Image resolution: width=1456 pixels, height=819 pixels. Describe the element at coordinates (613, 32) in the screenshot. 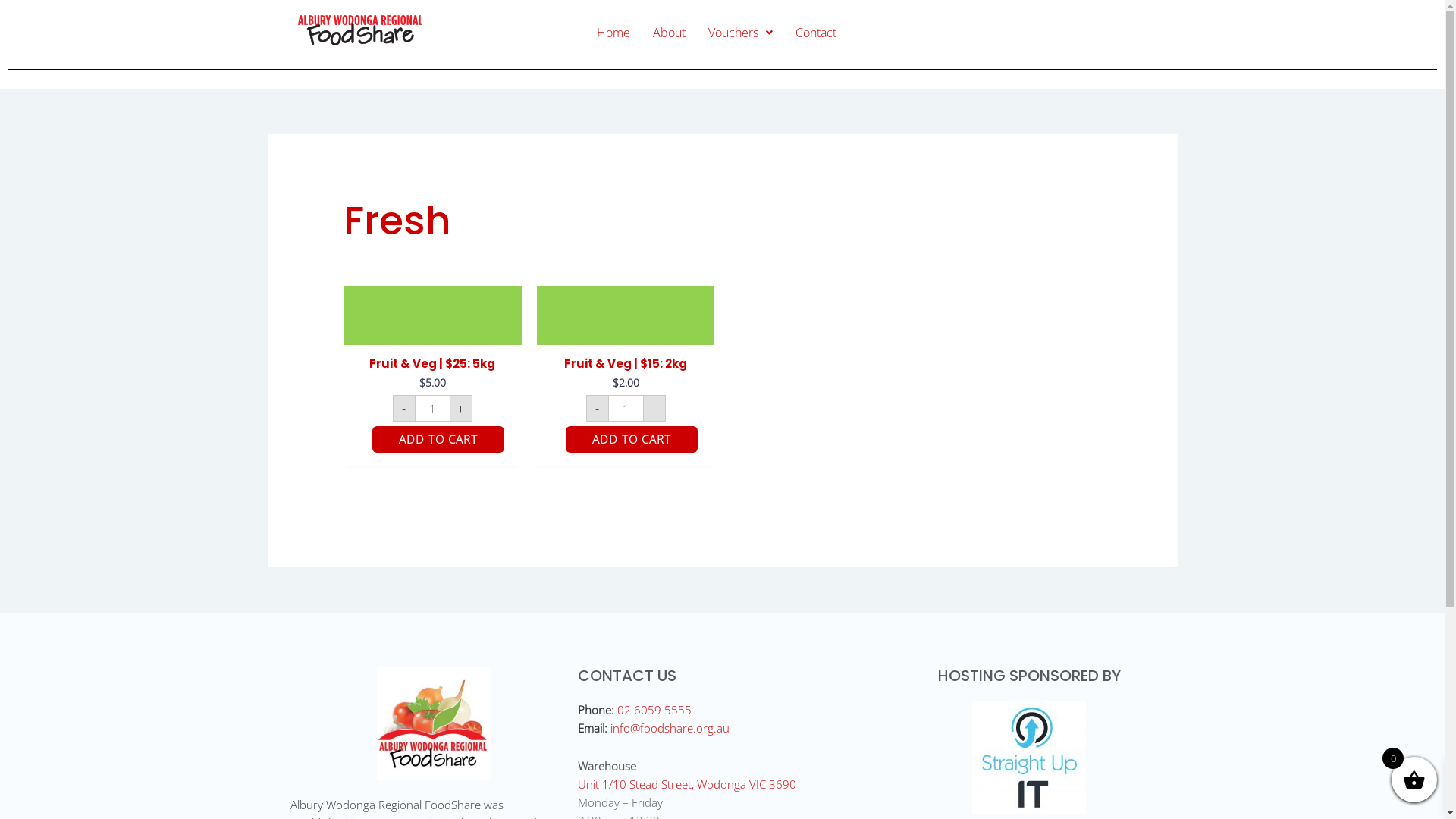

I see `'Home'` at that location.